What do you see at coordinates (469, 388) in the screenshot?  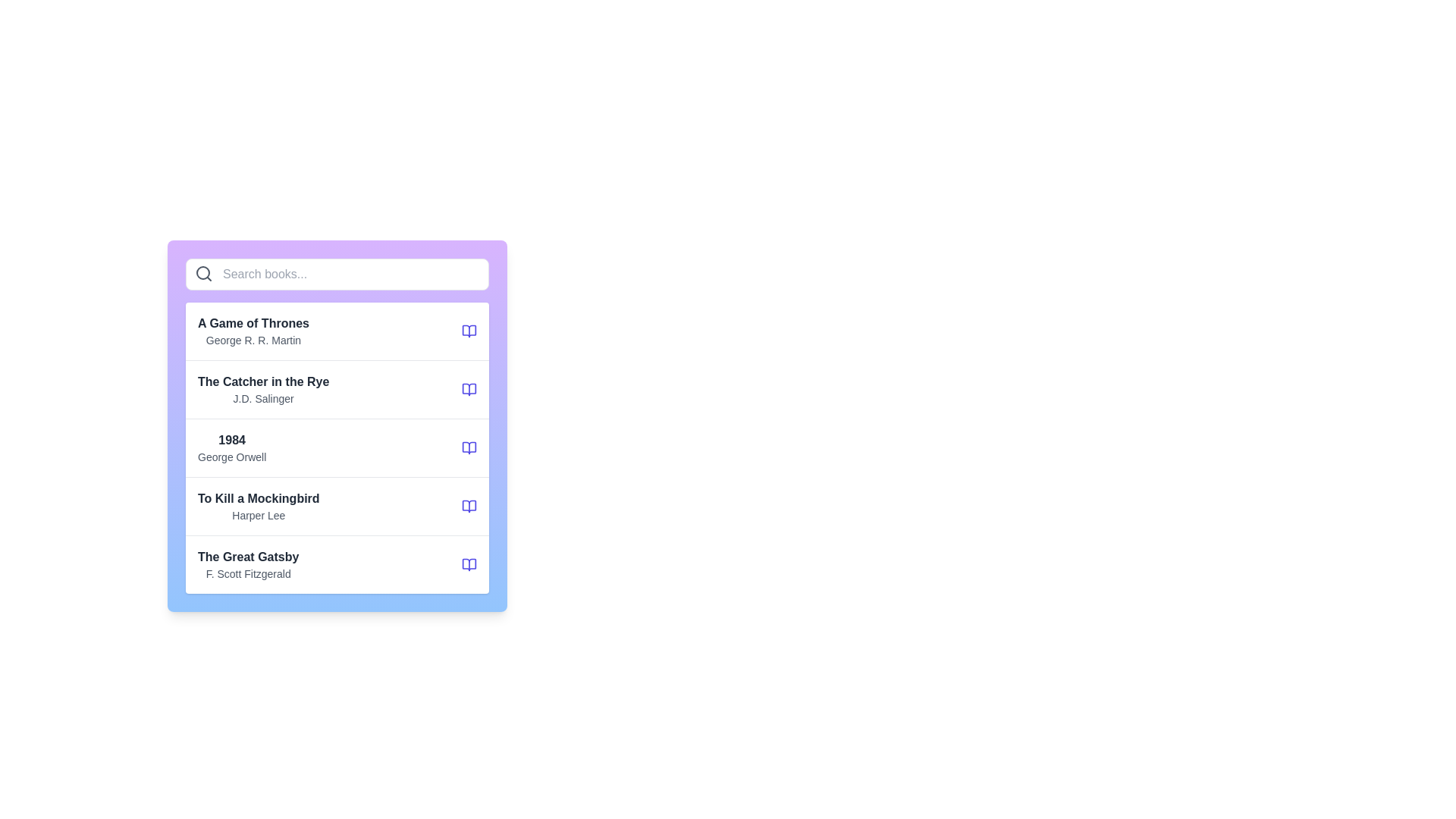 I see `the decorative action-related icon associated with the book titled 'The Catcher in the Rye' in the vertical list` at bounding box center [469, 388].